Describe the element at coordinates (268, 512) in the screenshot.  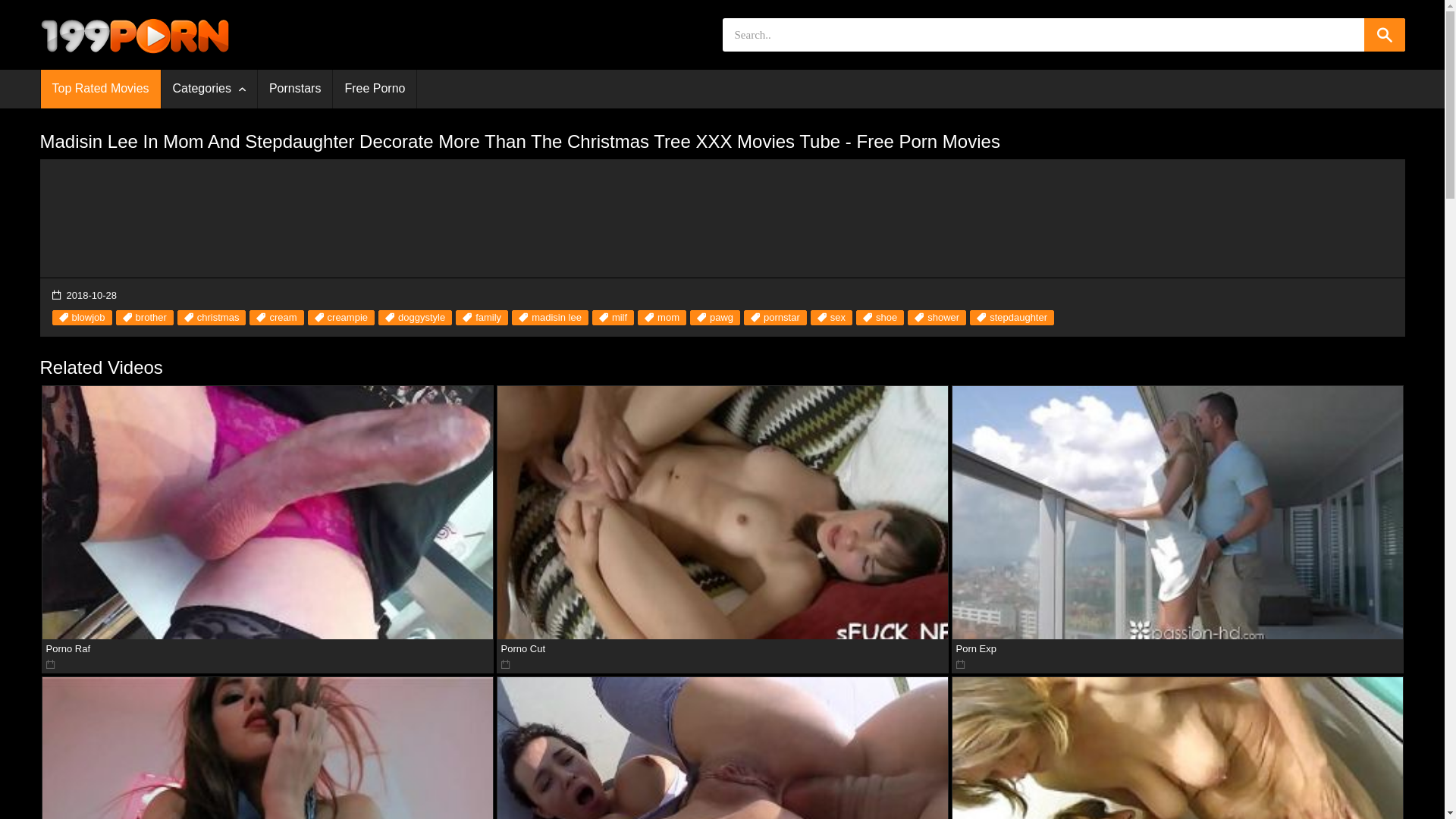
I see `'Porno Raf'` at that location.